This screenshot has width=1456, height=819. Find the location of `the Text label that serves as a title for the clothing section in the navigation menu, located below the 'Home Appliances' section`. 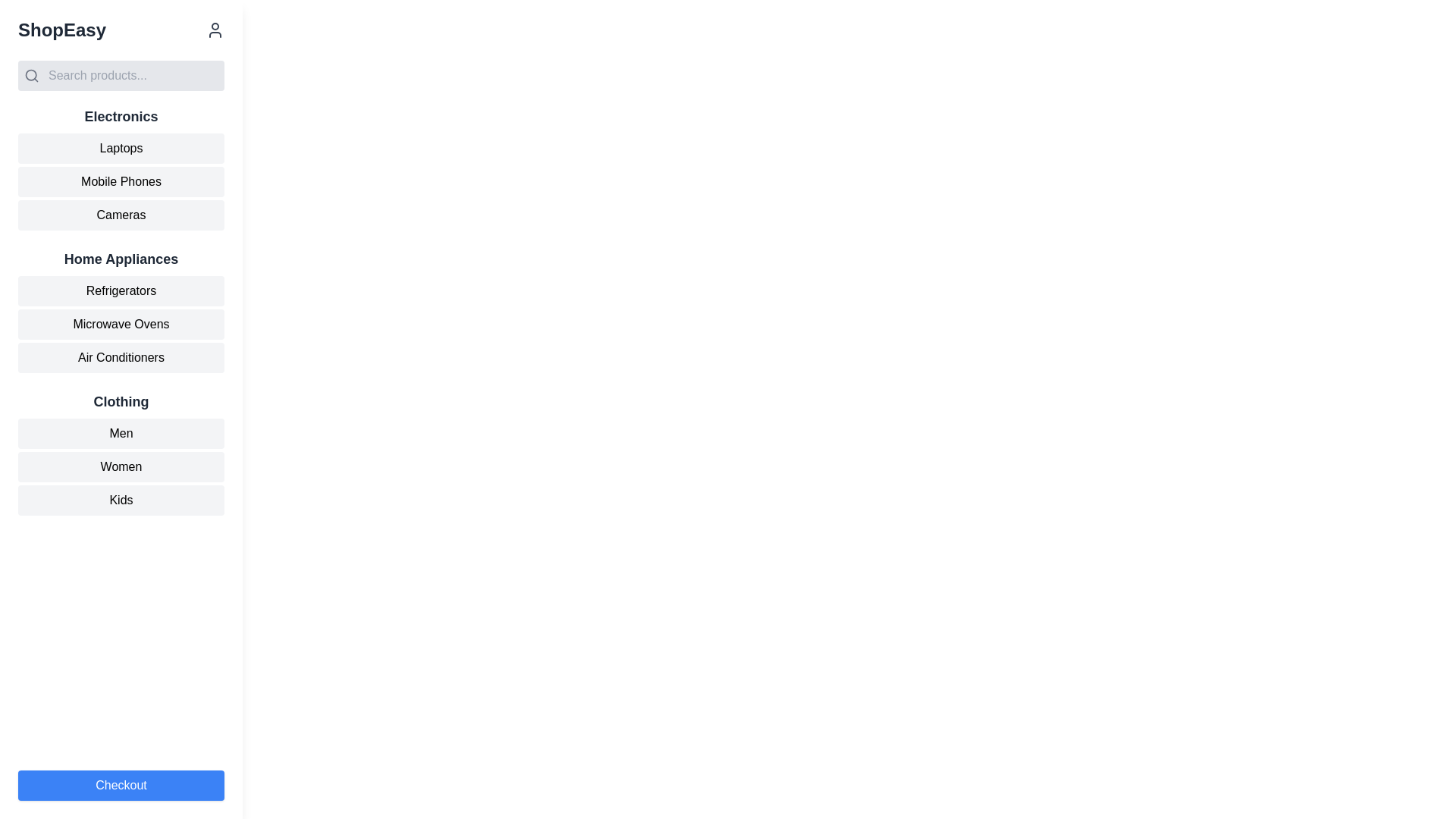

the Text label that serves as a title for the clothing section in the navigation menu, located below the 'Home Appliances' section is located at coordinates (120, 400).